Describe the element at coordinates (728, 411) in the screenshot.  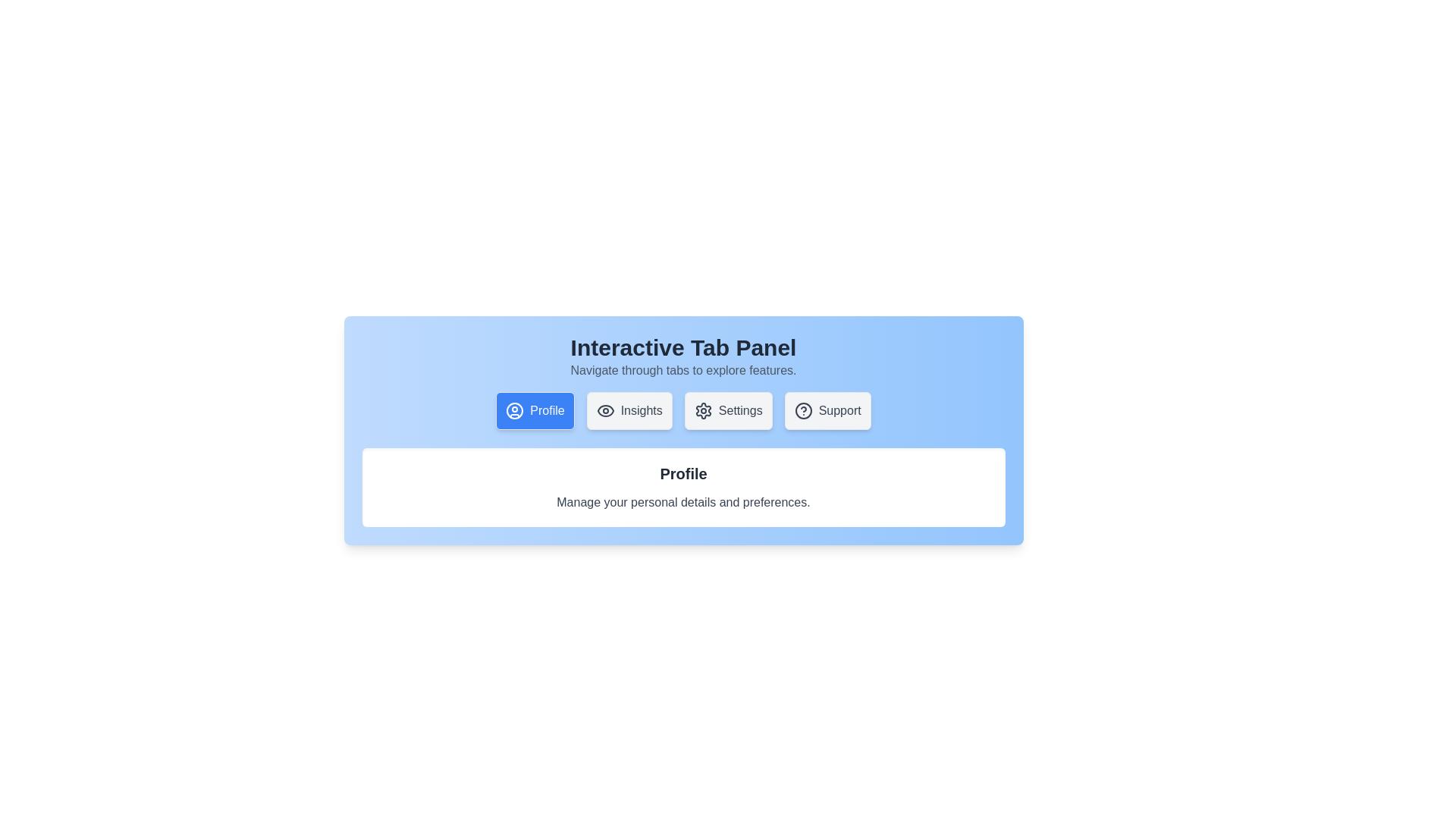
I see `the tab labeled Settings to observe its hover effect` at that location.